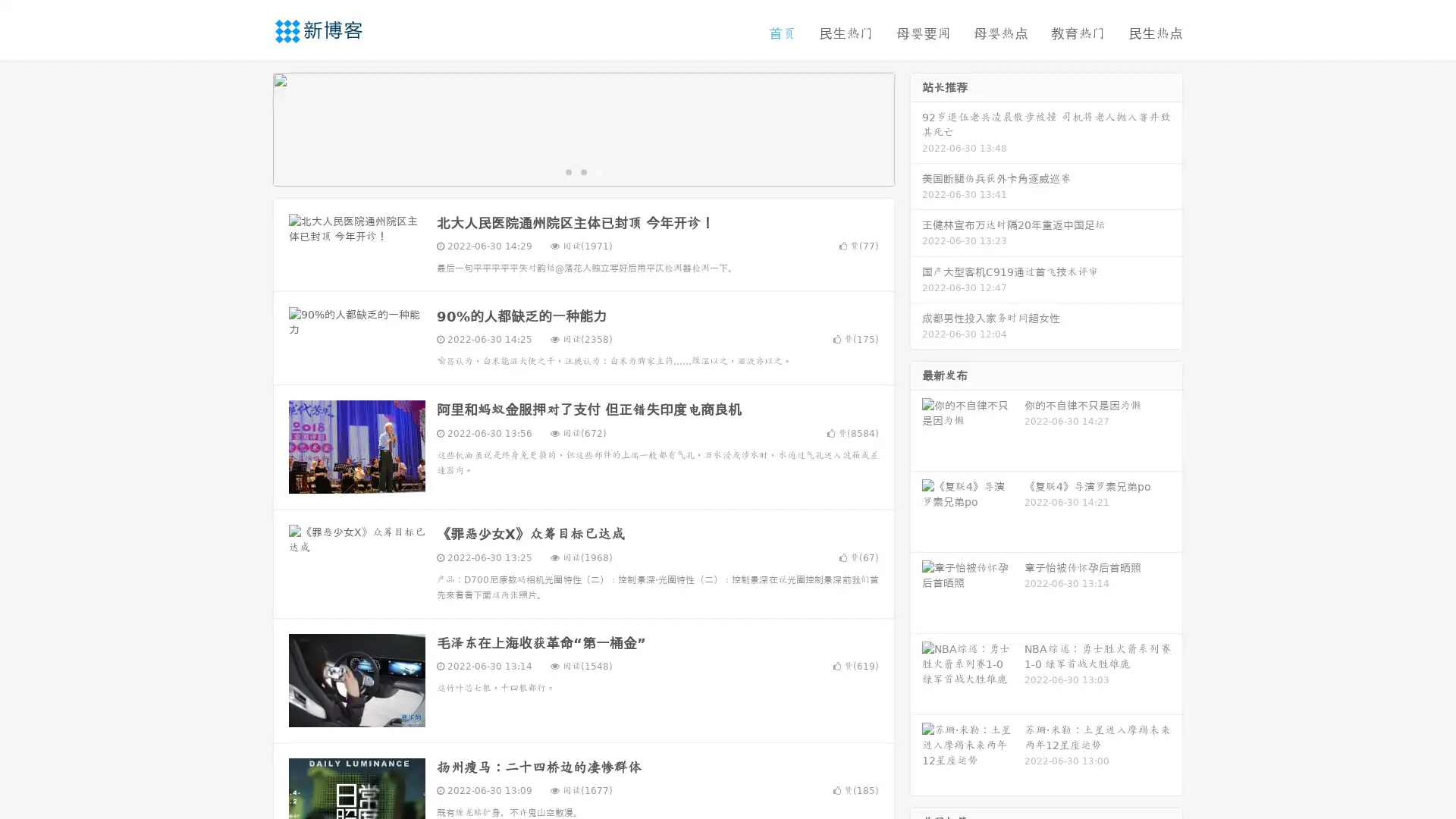 This screenshot has width=1456, height=819. I want to click on Go to slide 3, so click(598, 171).